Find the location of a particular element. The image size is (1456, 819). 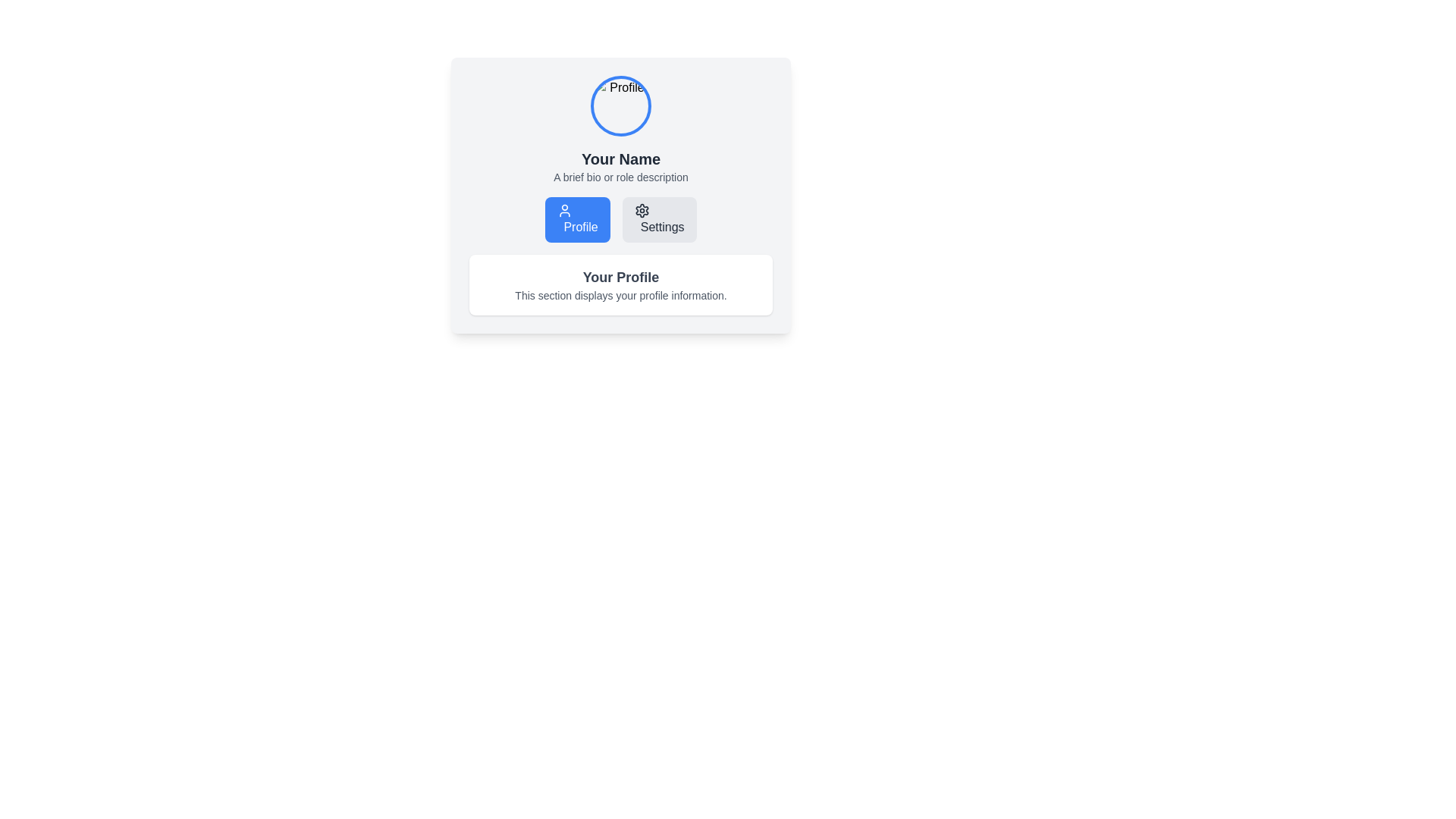

the blue rectangular 'Profile' button with a white user icon is located at coordinates (577, 219).